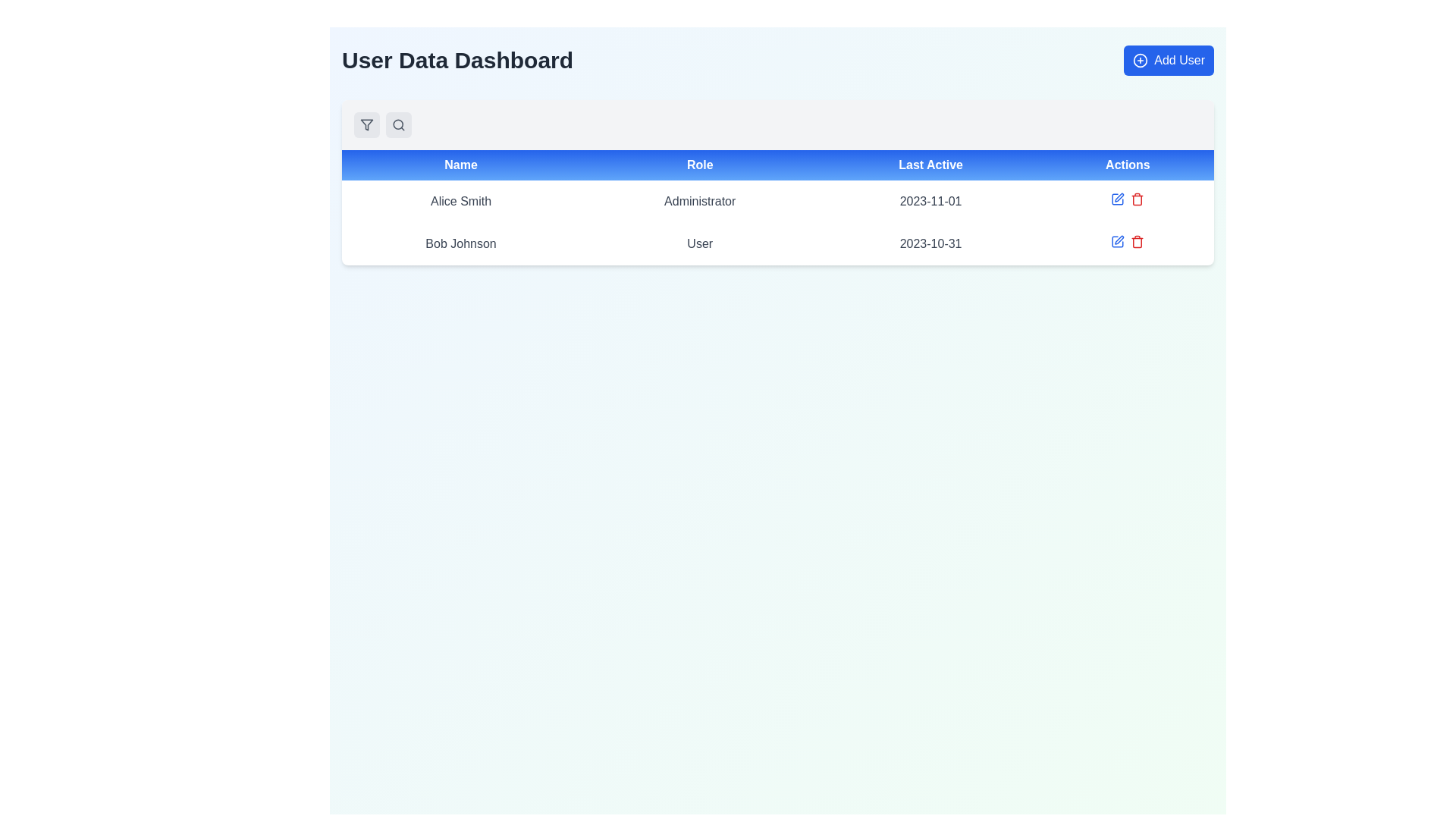  Describe the element at coordinates (1118, 241) in the screenshot. I see `the edit action icon in the 'Actions' column of the second row of the table to initiate editing of the user's details` at that location.